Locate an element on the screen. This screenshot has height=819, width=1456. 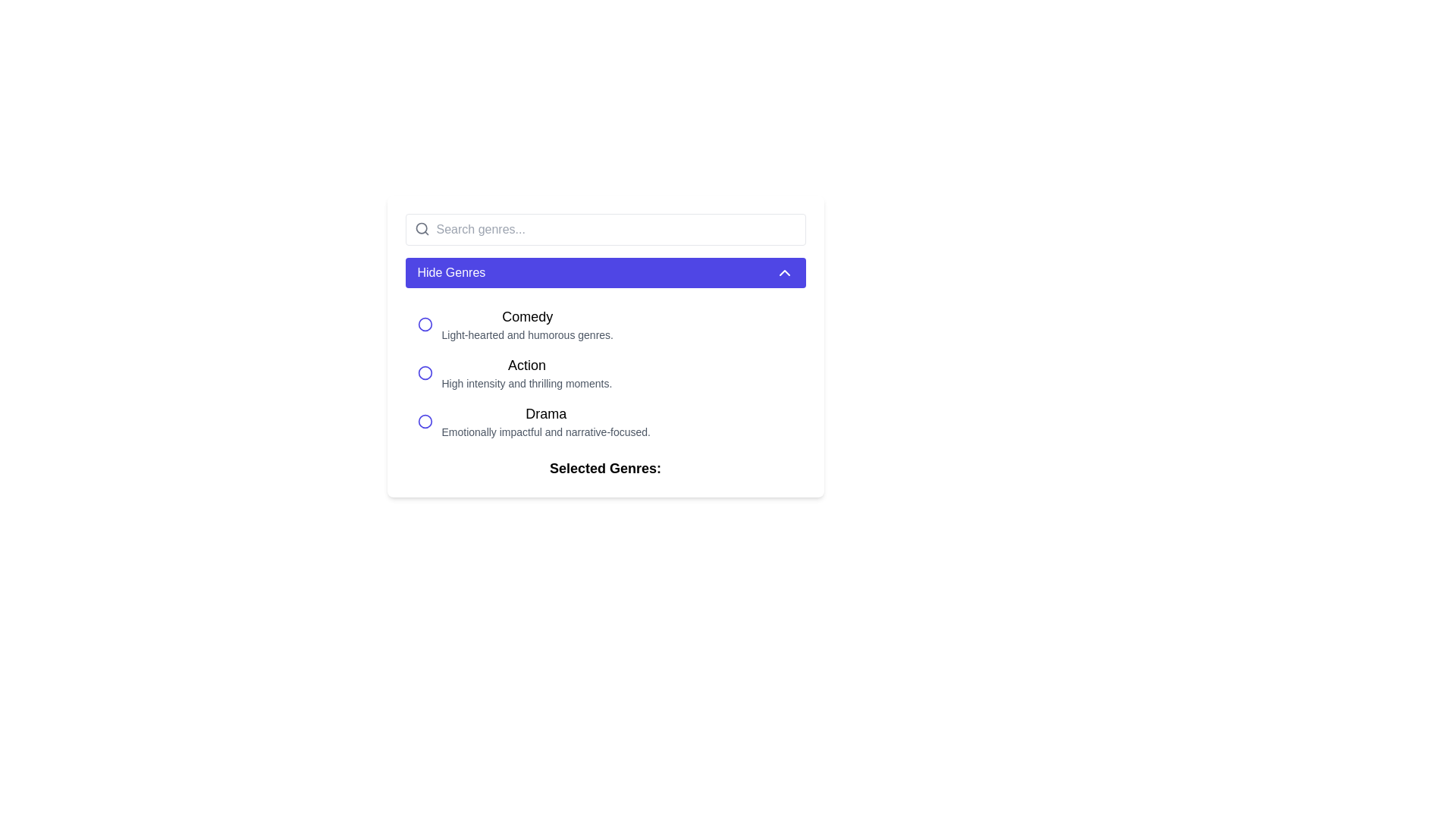
the selectable list item labeled 'Drama Emotionally impactful and narrative-focused.' is located at coordinates (604, 421).